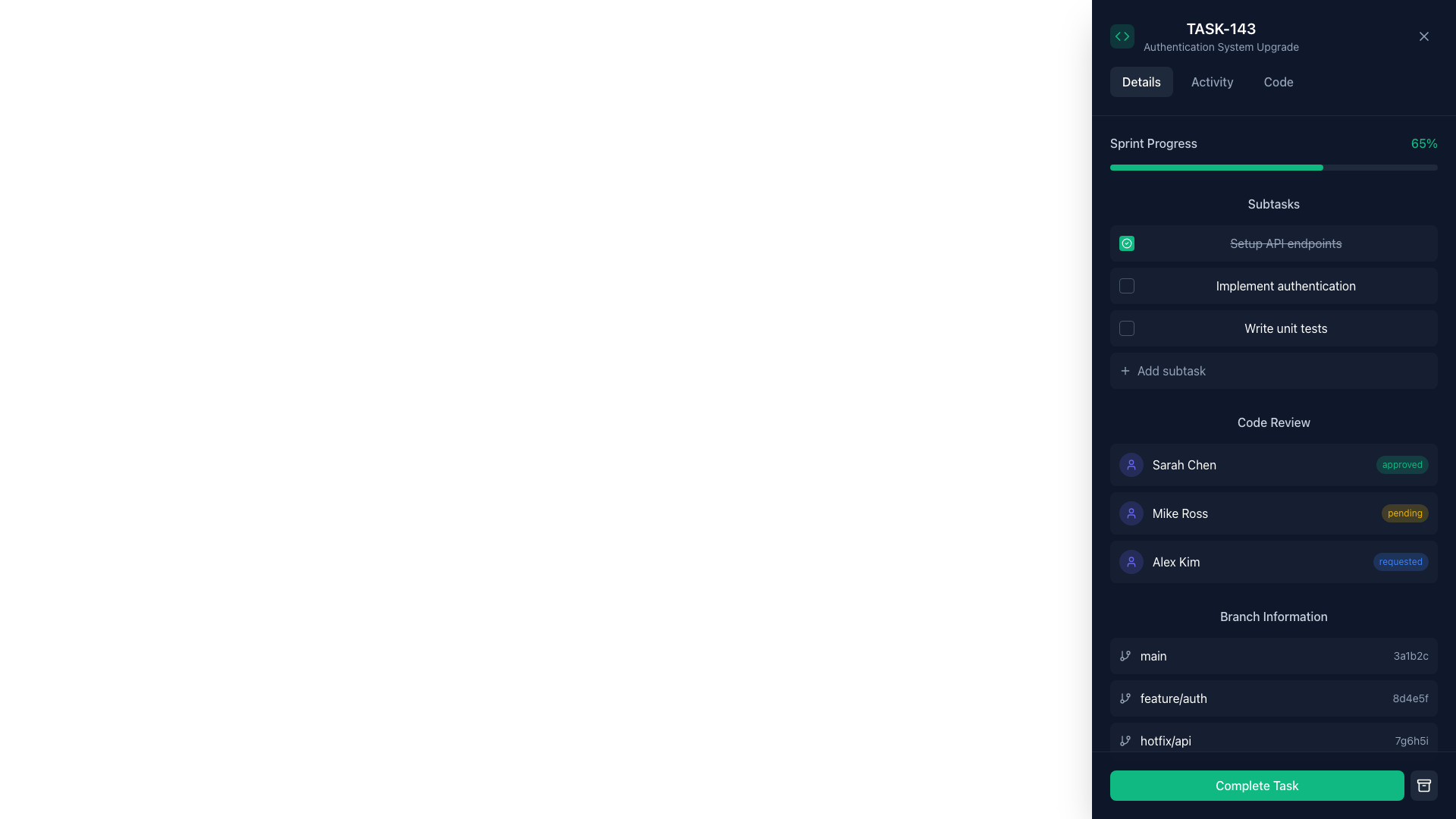 This screenshot has height=819, width=1456. What do you see at coordinates (1274, 327) in the screenshot?
I see `the third subtask item in the 'Subtasks' section to copy its text by clicking on the checkbox` at bounding box center [1274, 327].